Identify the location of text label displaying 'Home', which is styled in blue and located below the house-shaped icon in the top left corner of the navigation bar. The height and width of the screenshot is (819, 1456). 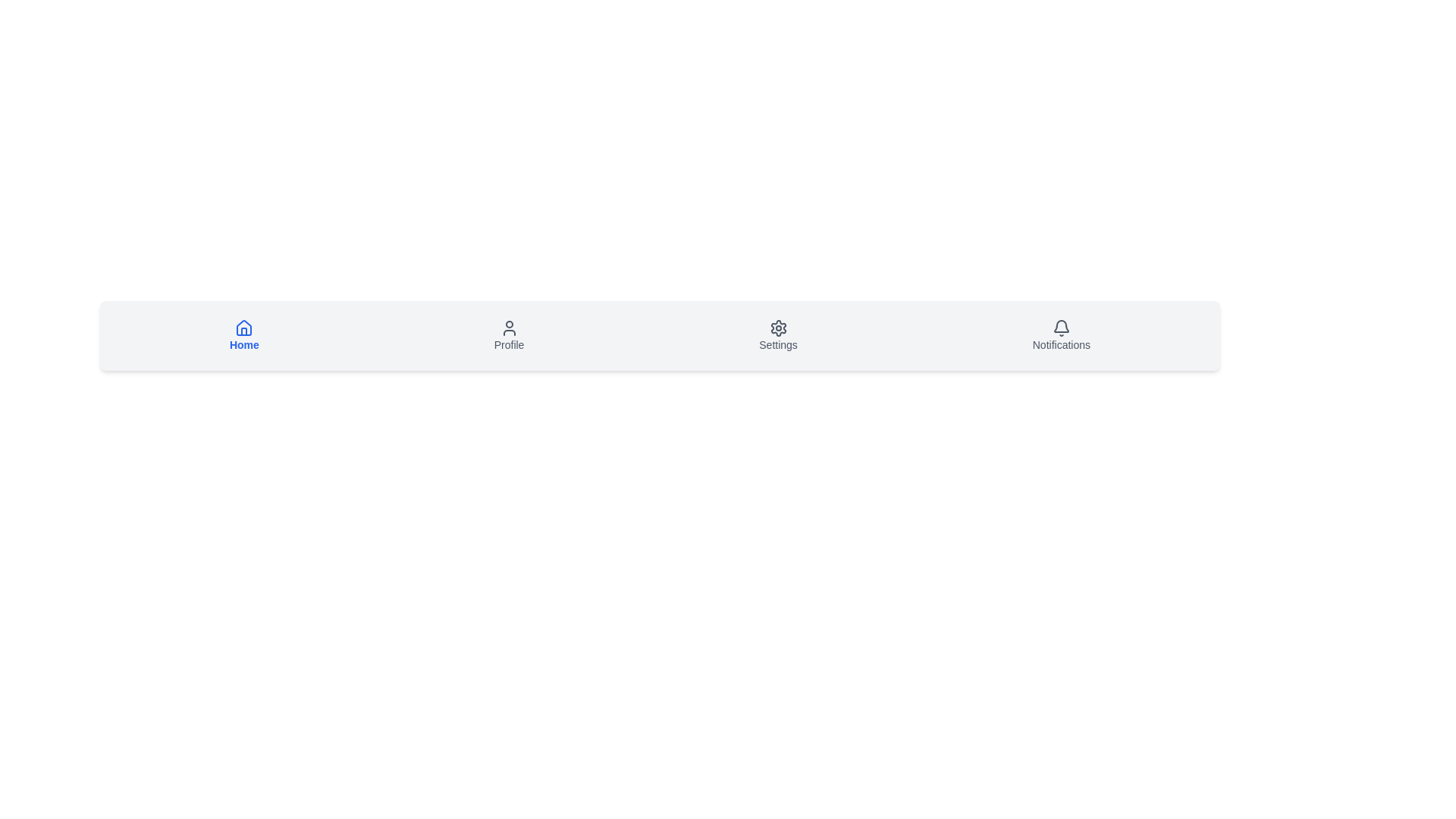
(244, 345).